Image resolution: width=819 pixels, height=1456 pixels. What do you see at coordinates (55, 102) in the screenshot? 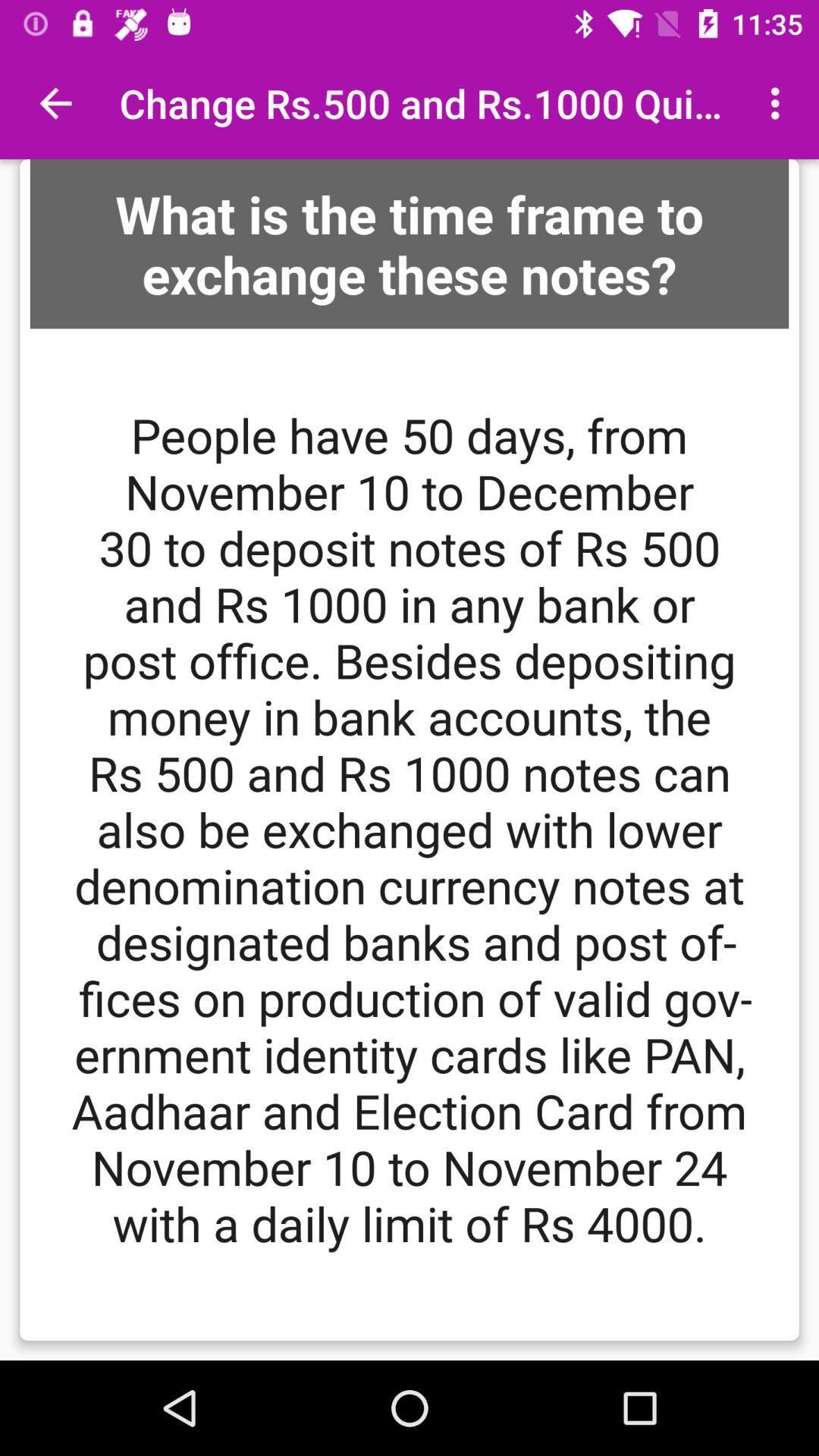
I see `the app next to change rs 500 icon` at bounding box center [55, 102].